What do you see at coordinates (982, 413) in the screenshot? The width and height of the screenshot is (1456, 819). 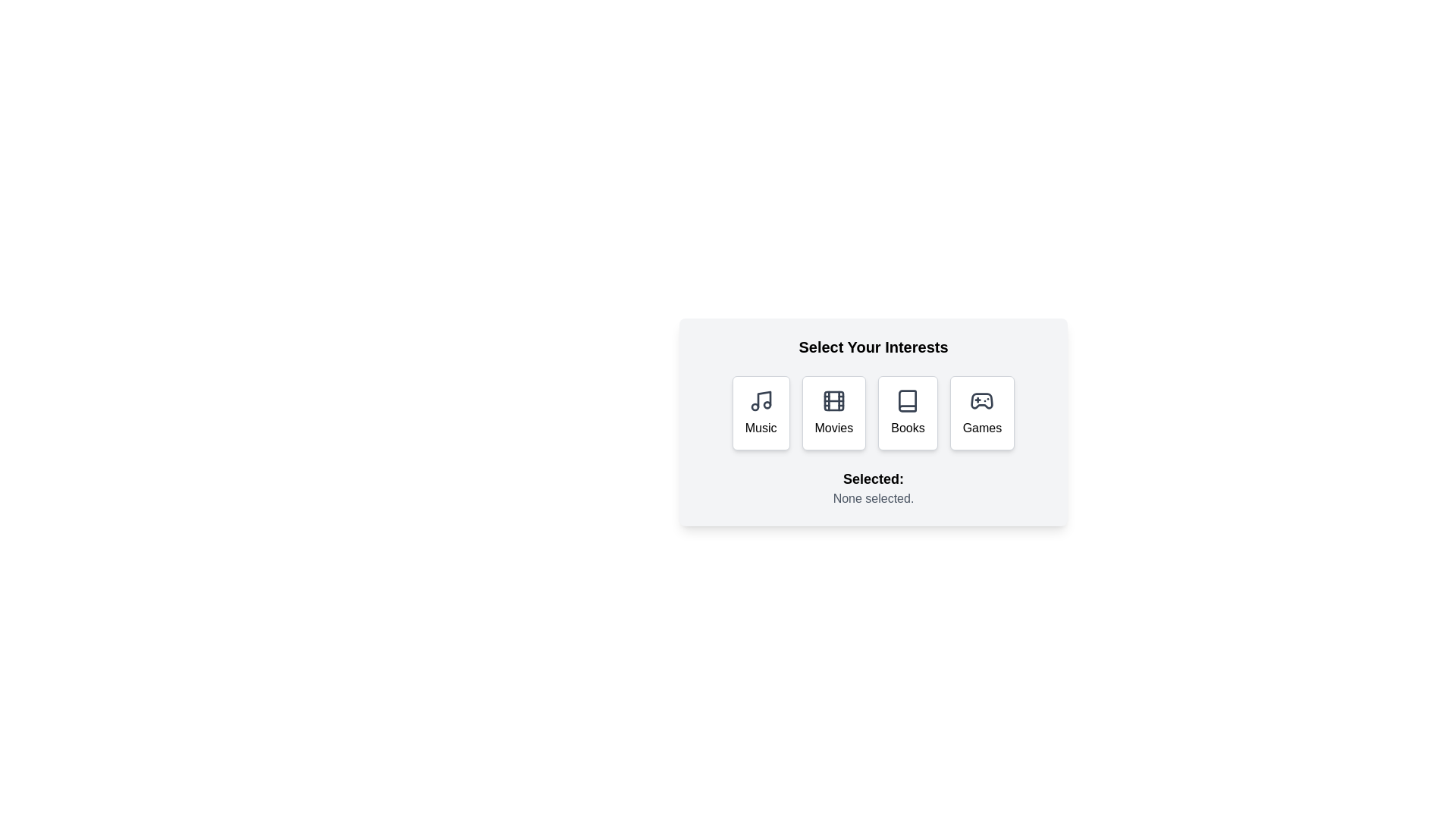 I see `the Games button to select the corresponding interest` at bounding box center [982, 413].